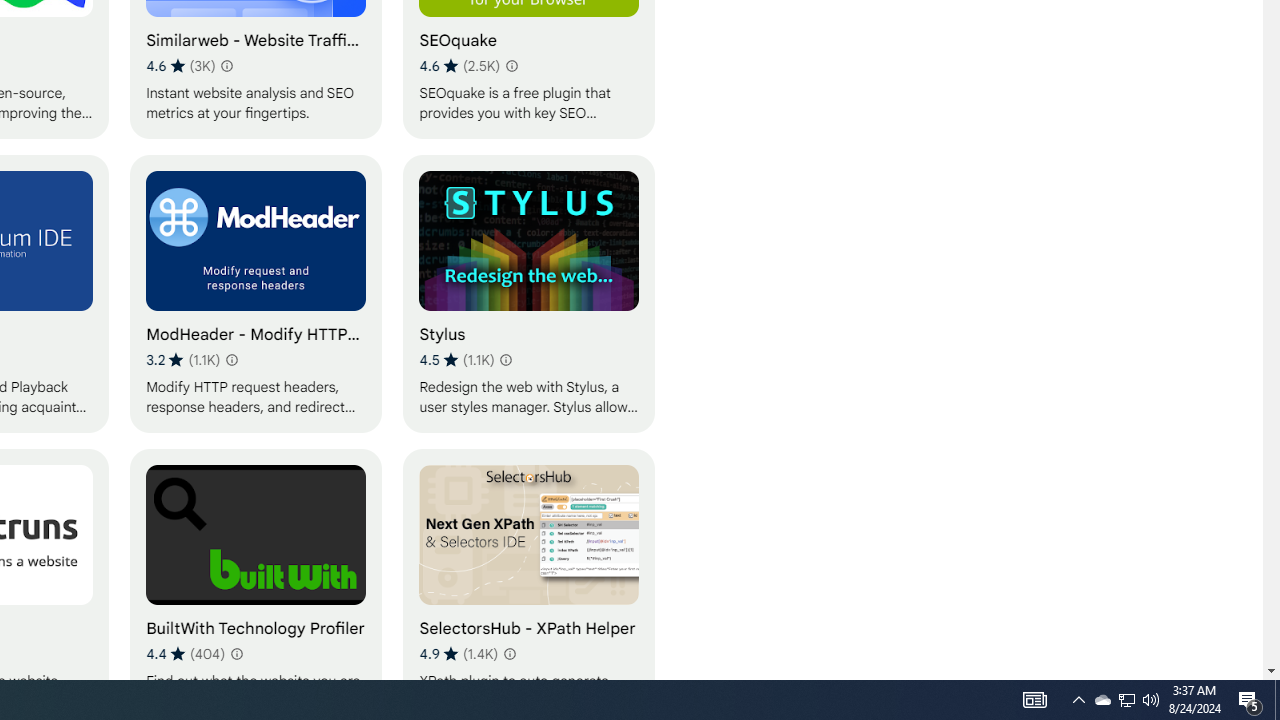 The height and width of the screenshot is (720, 1280). I want to click on 'Average rating 4.9 out of 5 stars. 1.4K ratings.', so click(457, 653).